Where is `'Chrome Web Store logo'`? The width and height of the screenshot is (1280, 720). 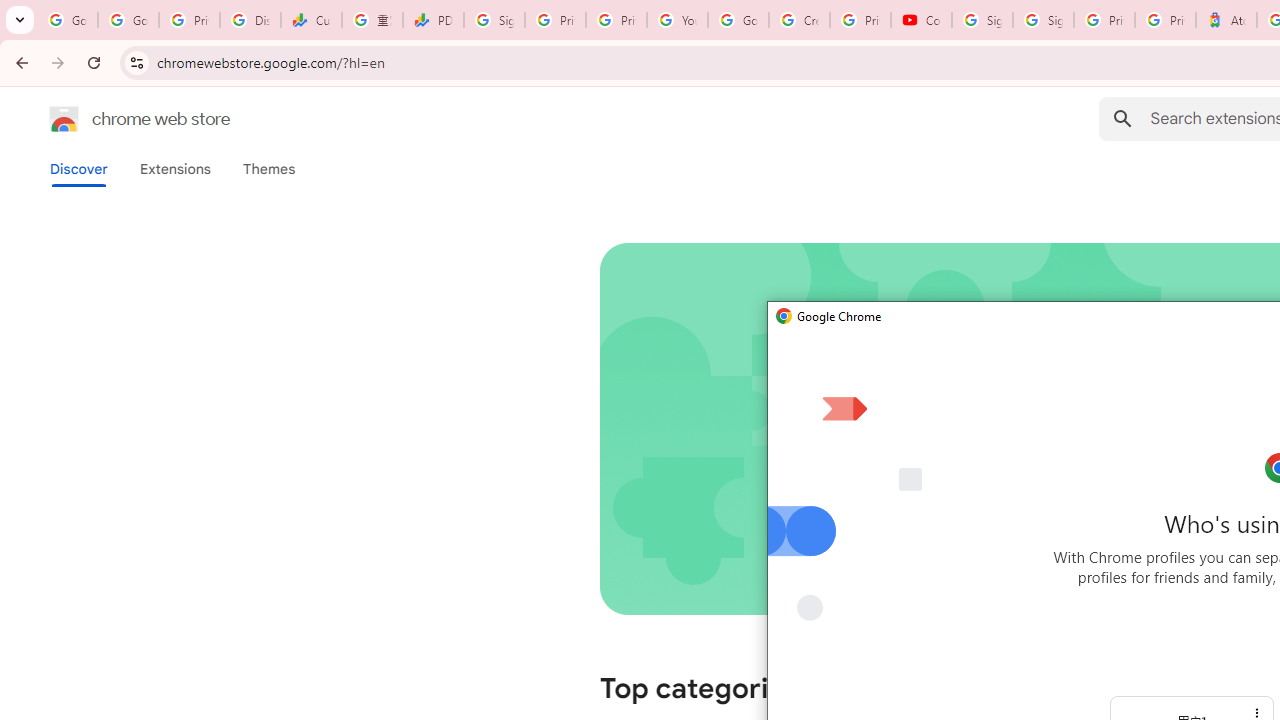
'Chrome Web Store logo' is located at coordinates (64, 119).